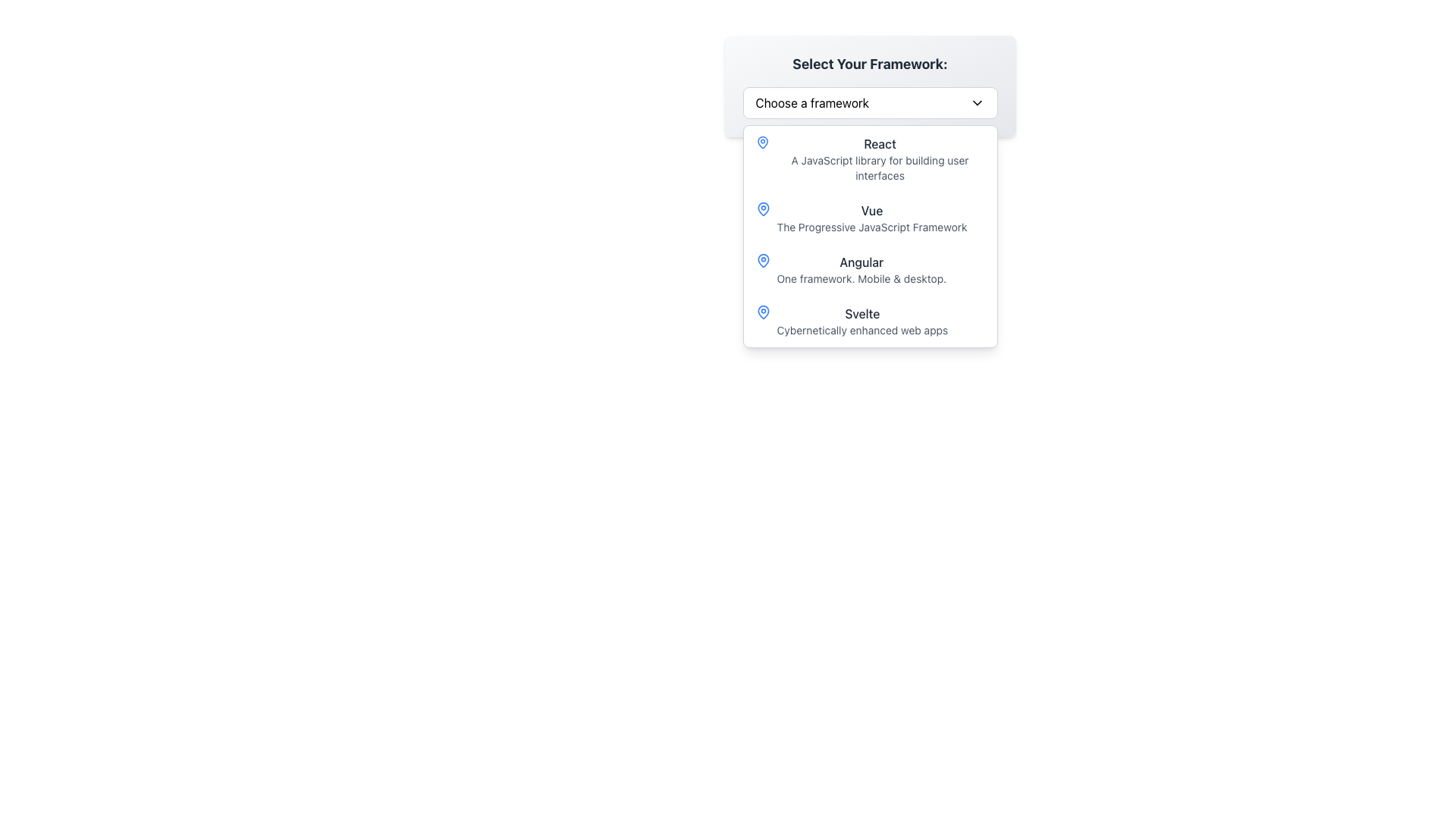  I want to click on the blue map pin icon located at the start of the first item in the dropdown menu preceding the text 'React' by clicking on the associated menu item, so click(762, 143).